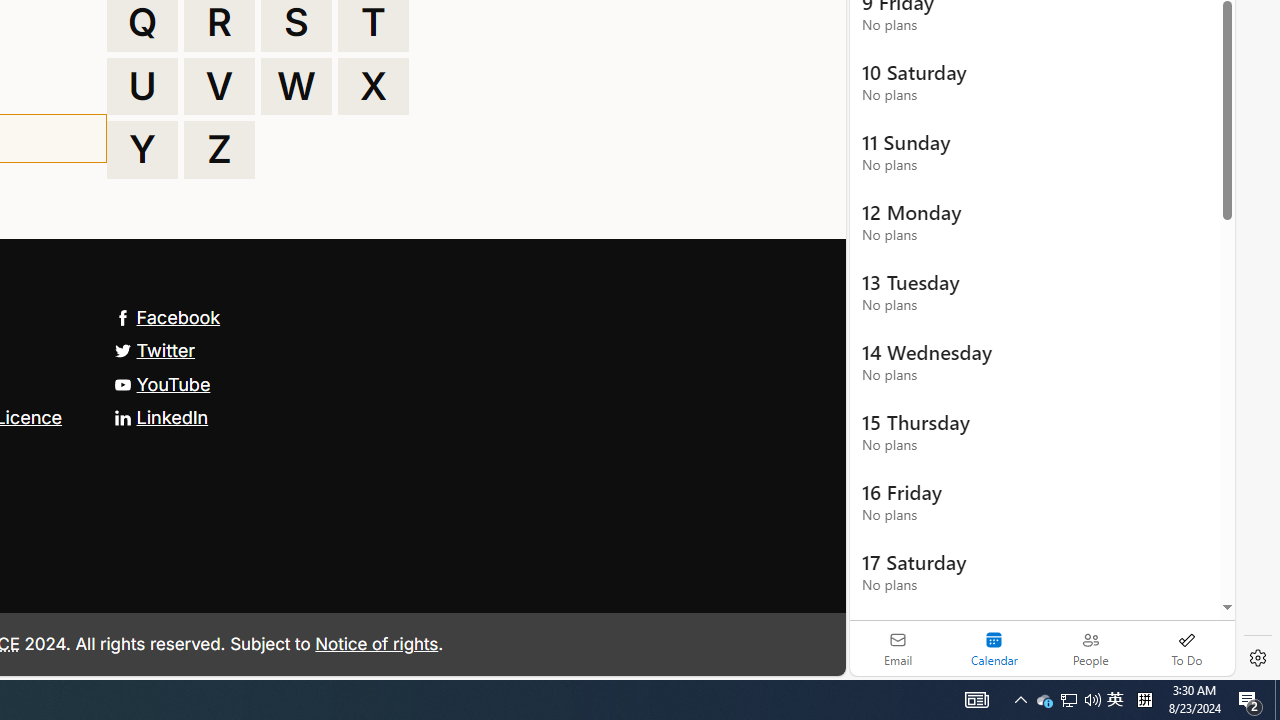 The width and height of the screenshot is (1280, 720). What do you see at coordinates (219, 149) in the screenshot?
I see `'Z'` at bounding box center [219, 149].